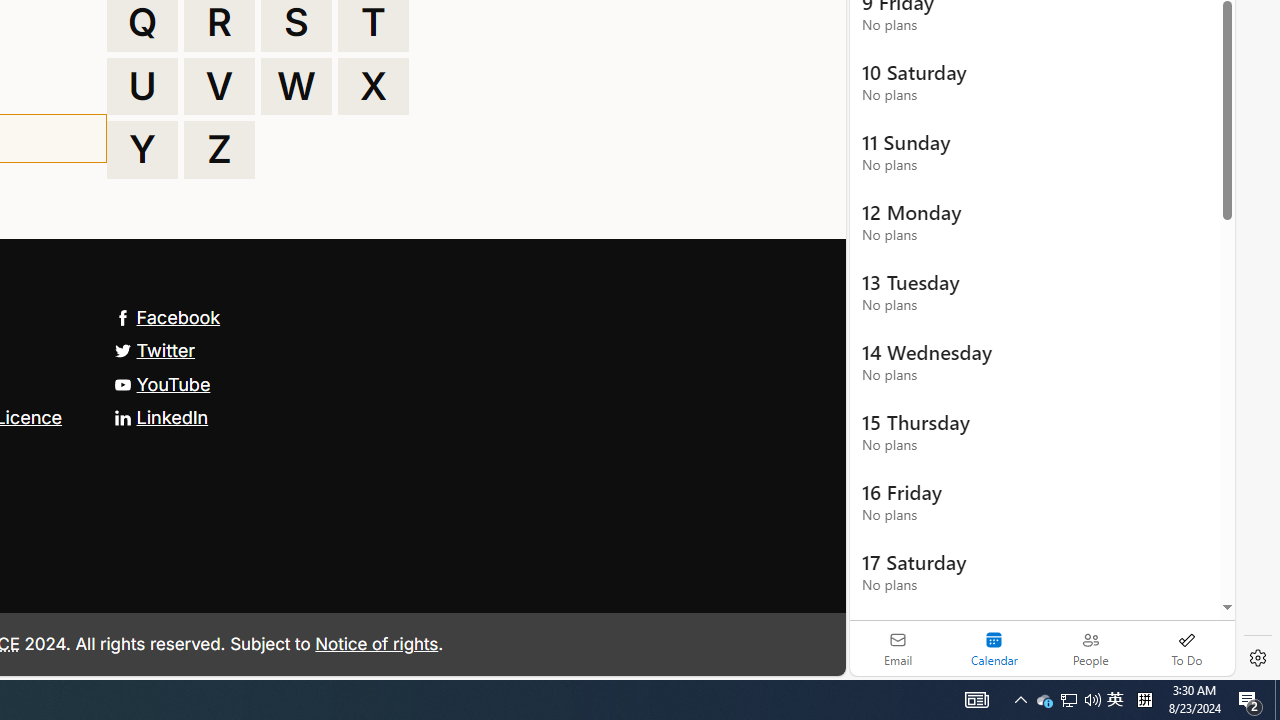 The width and height of the screenshot is (1280, 720). What do you see at coordinates (219, 149) in the screenshot?
I see `'Z'` at bounding box center [219, 149].